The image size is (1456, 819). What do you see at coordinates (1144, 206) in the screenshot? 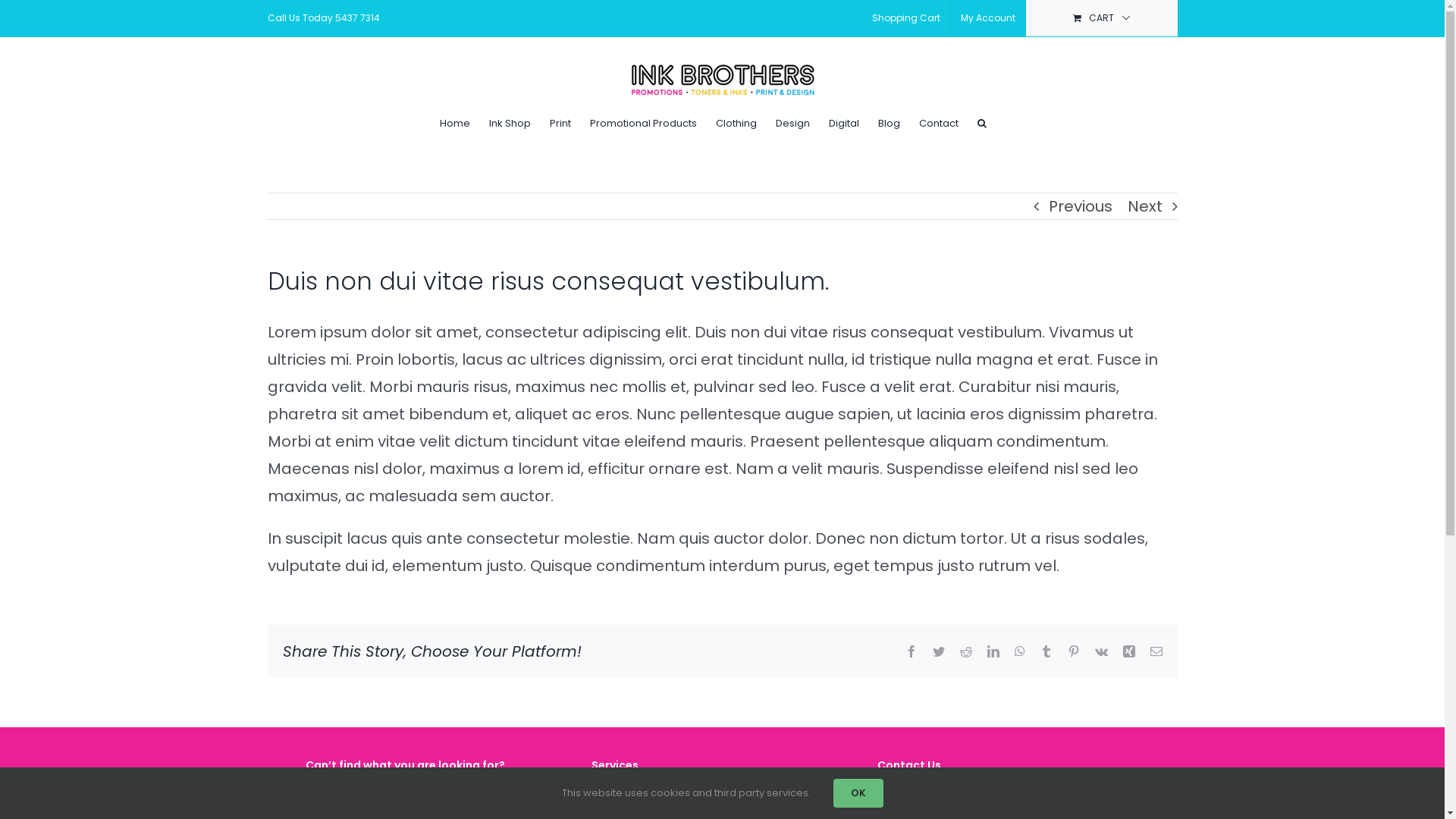
I see `'Next'` at bounding box center [1144, 206].